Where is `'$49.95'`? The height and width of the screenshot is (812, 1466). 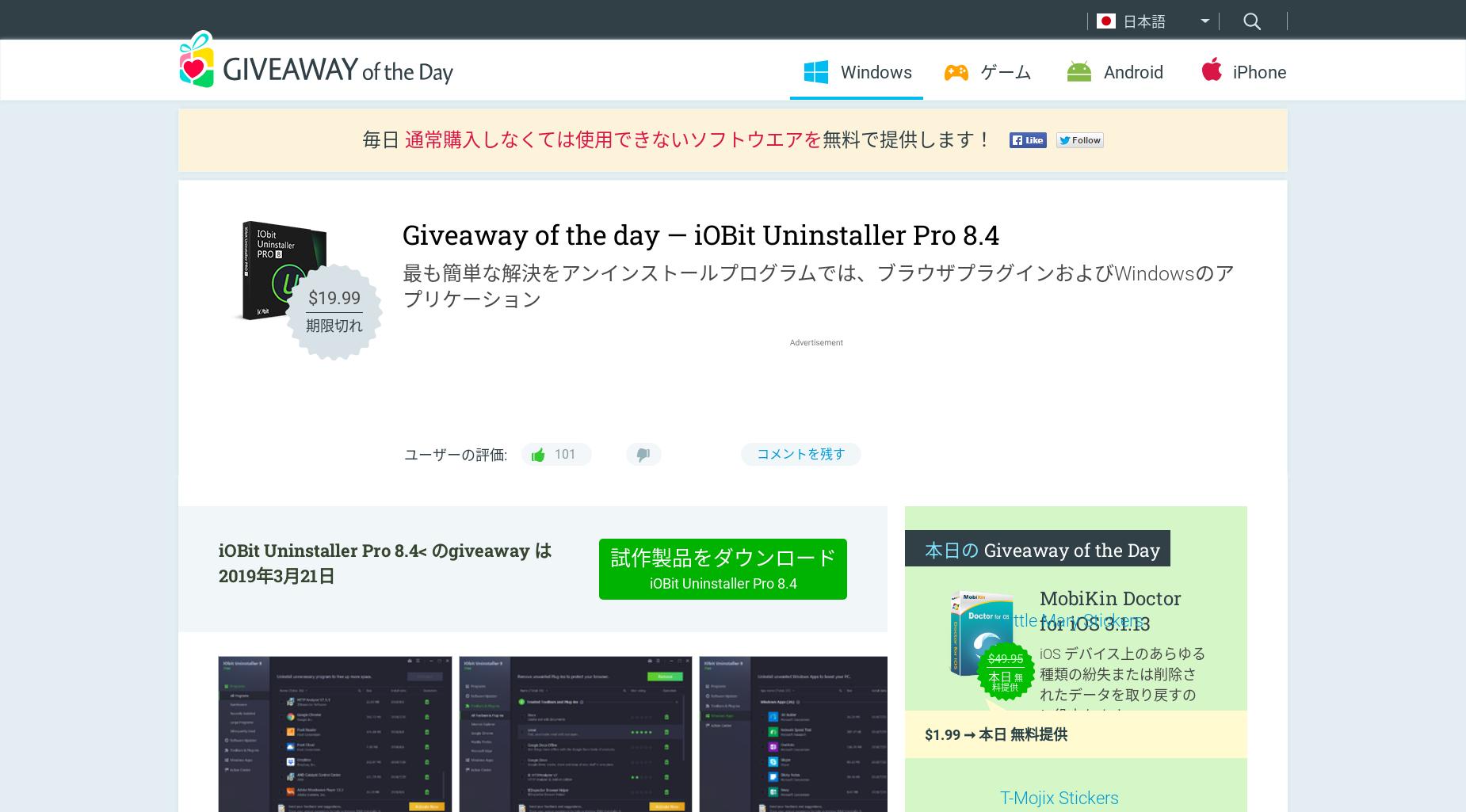 '$49.95' is located at coordinates (986, 657).